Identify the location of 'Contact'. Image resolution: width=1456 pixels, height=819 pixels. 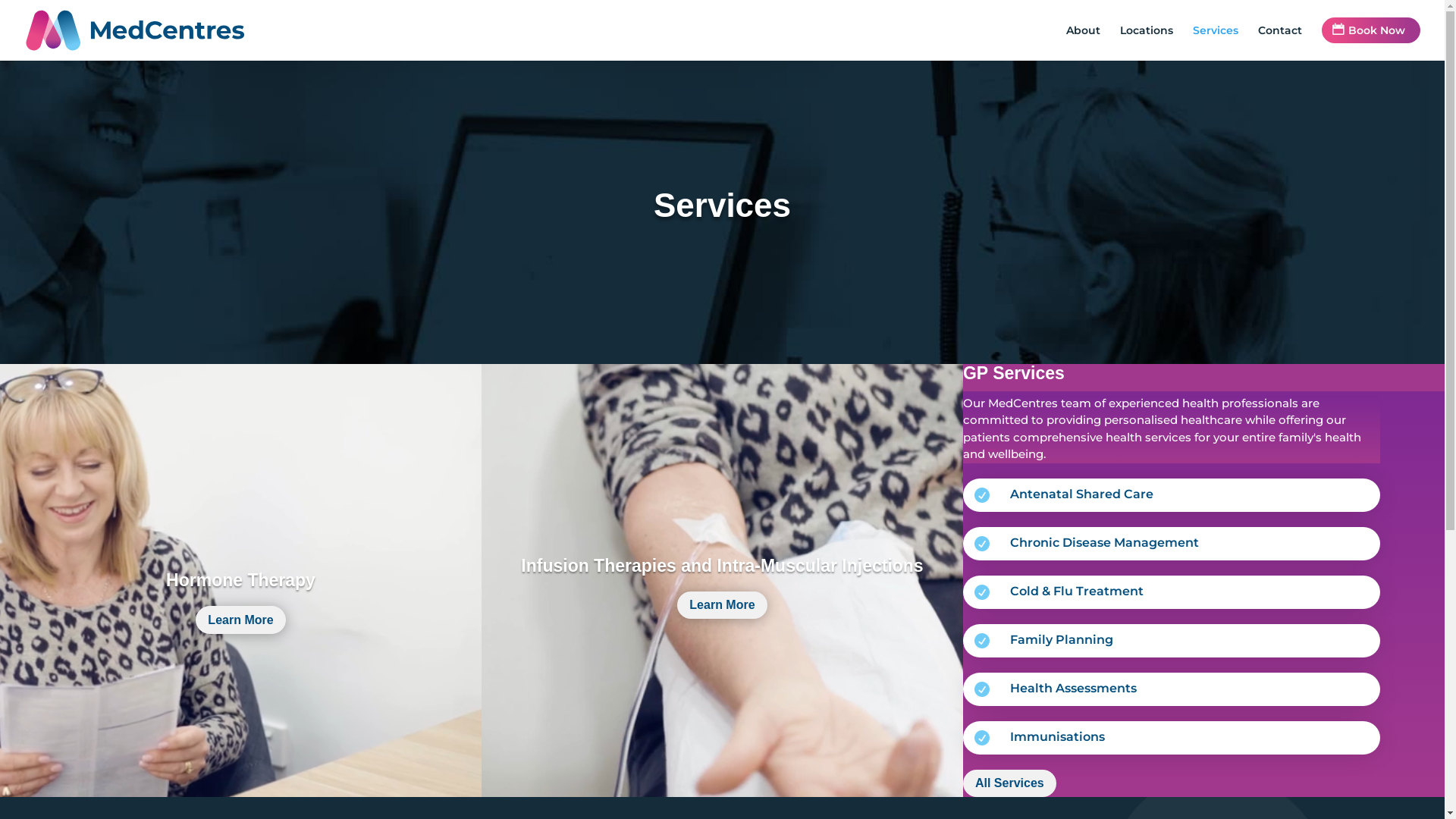
(1279, 42).